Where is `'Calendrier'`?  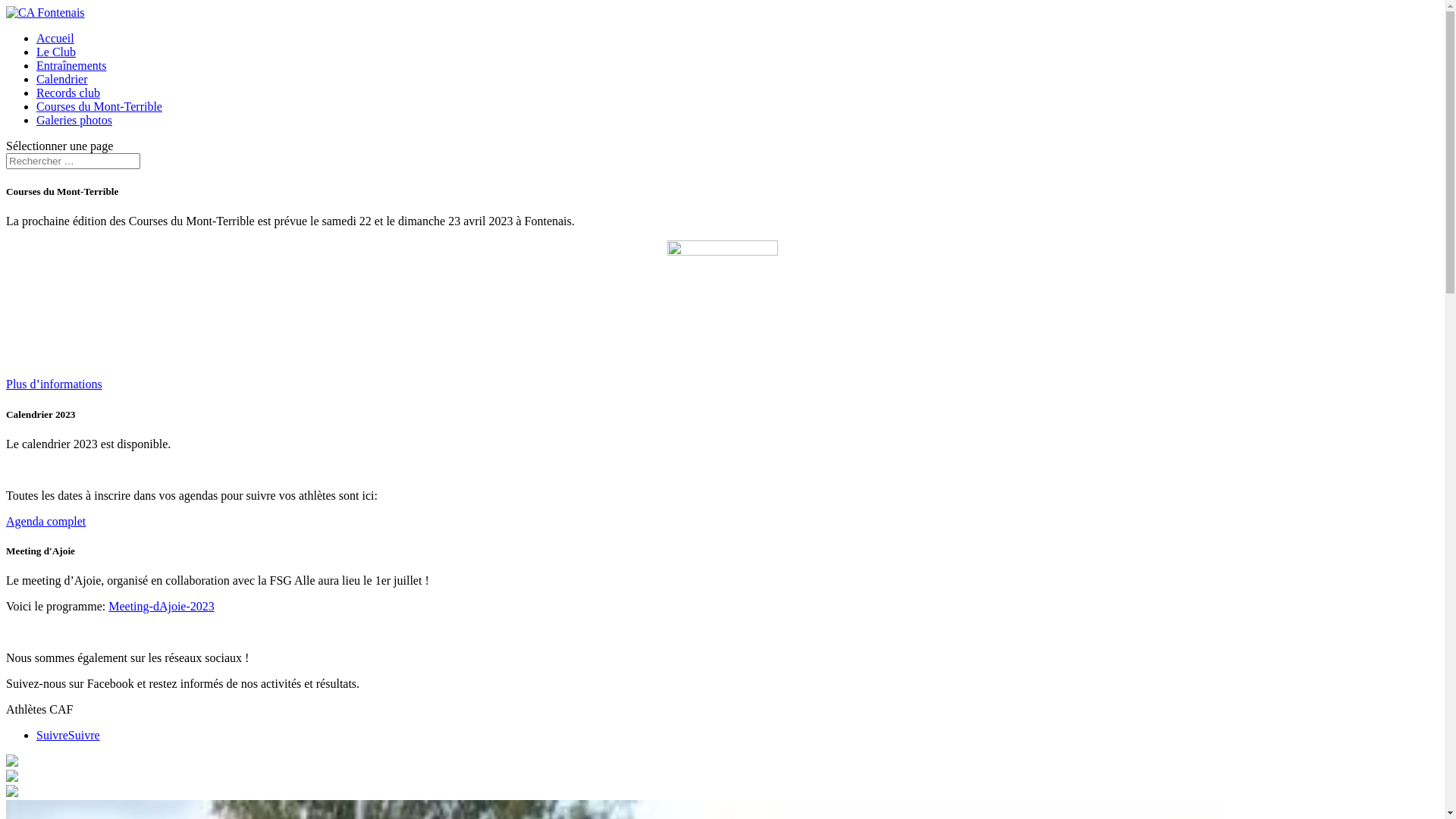 'Calendrier' is located at coordinates (36, 79).